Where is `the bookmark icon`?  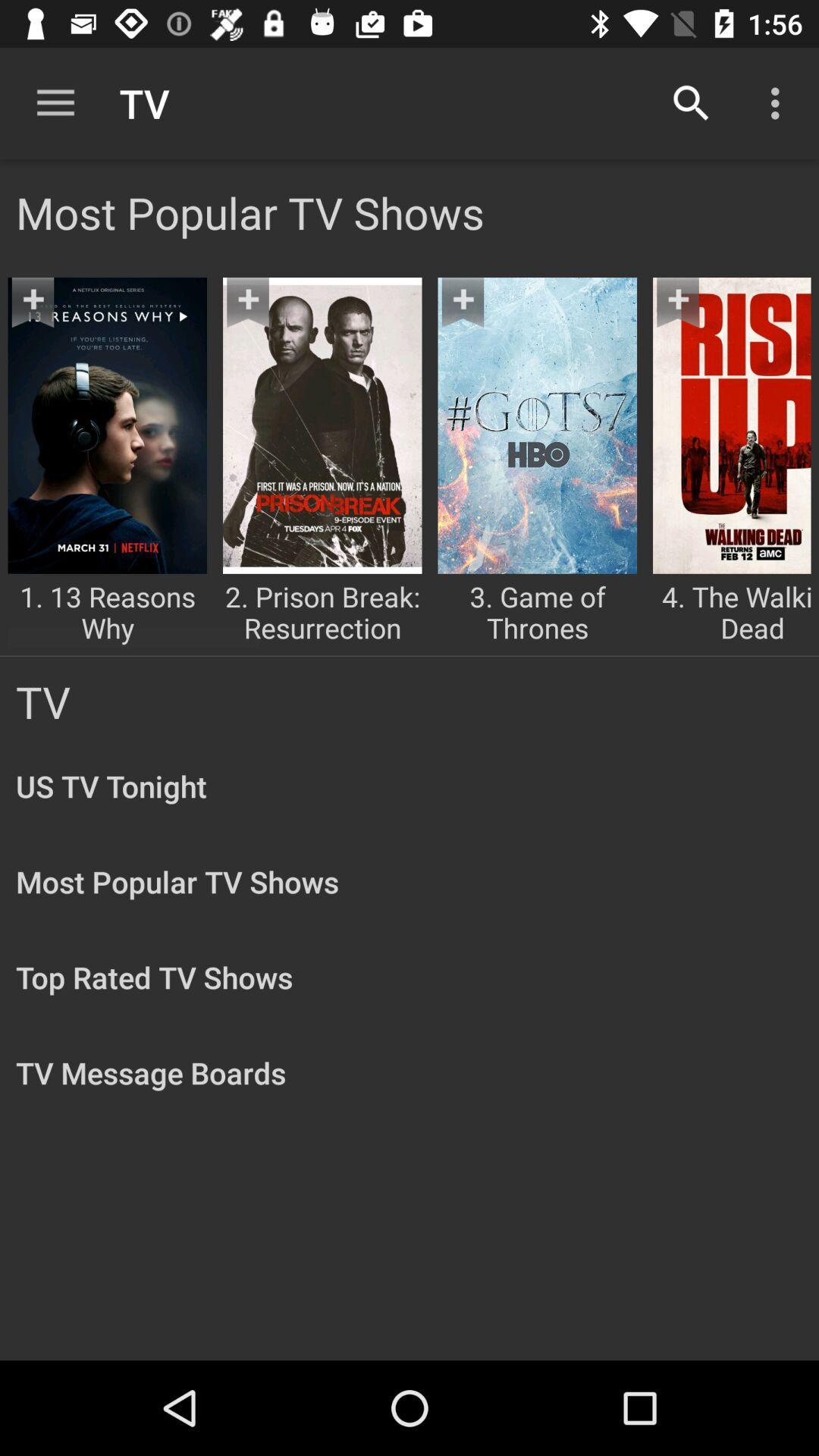 the bookmark icon is located at coordinates (692, 316).